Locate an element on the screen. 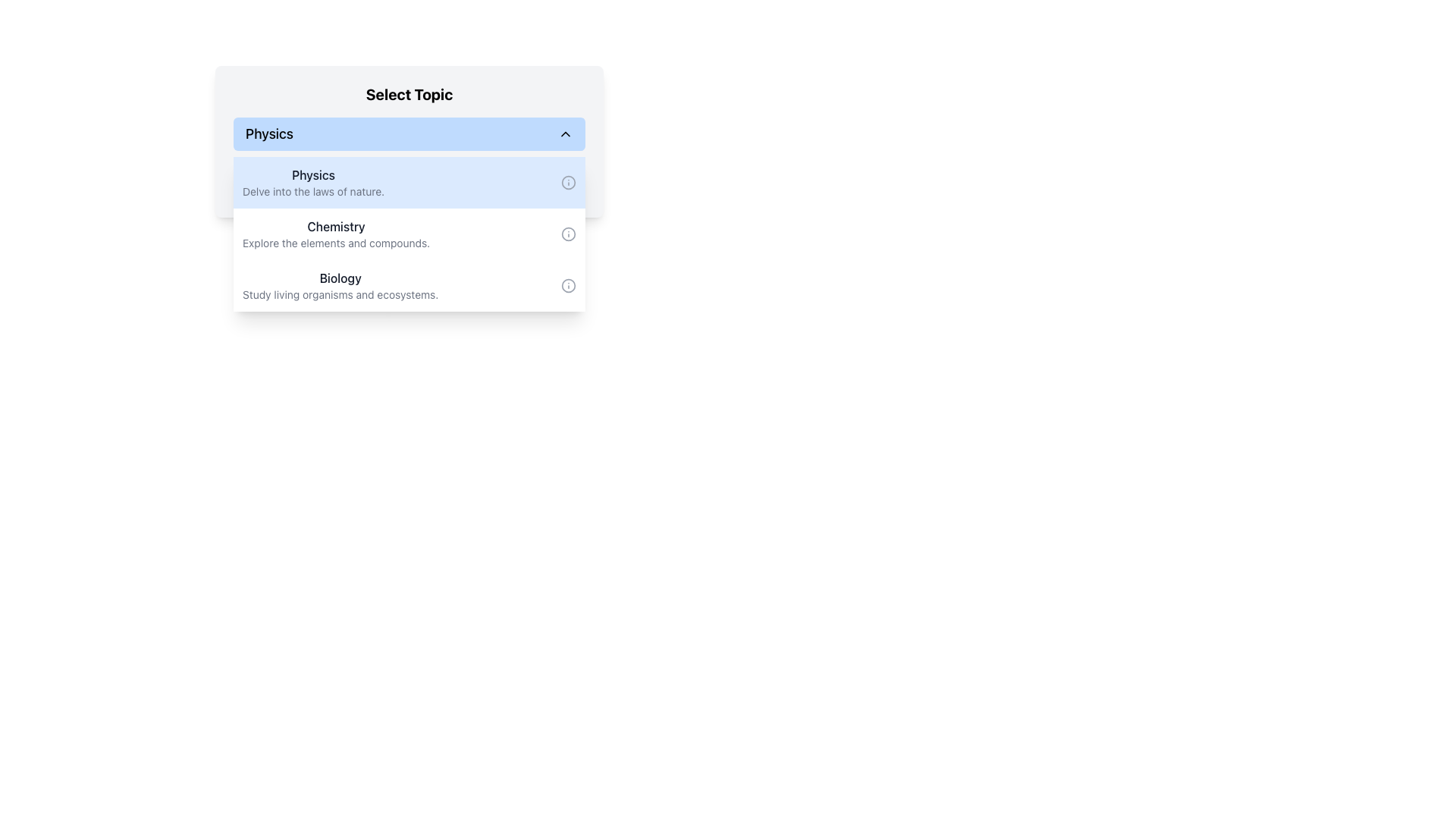 The width and height of the screenshot is (1456, 819). the 'Physics' text label, which is displayed in bold, medium-sized dark gray font, positioned above the descriptive text in a dropdown menu under the 'Select Topic' section is located at coordinates (312, 174).